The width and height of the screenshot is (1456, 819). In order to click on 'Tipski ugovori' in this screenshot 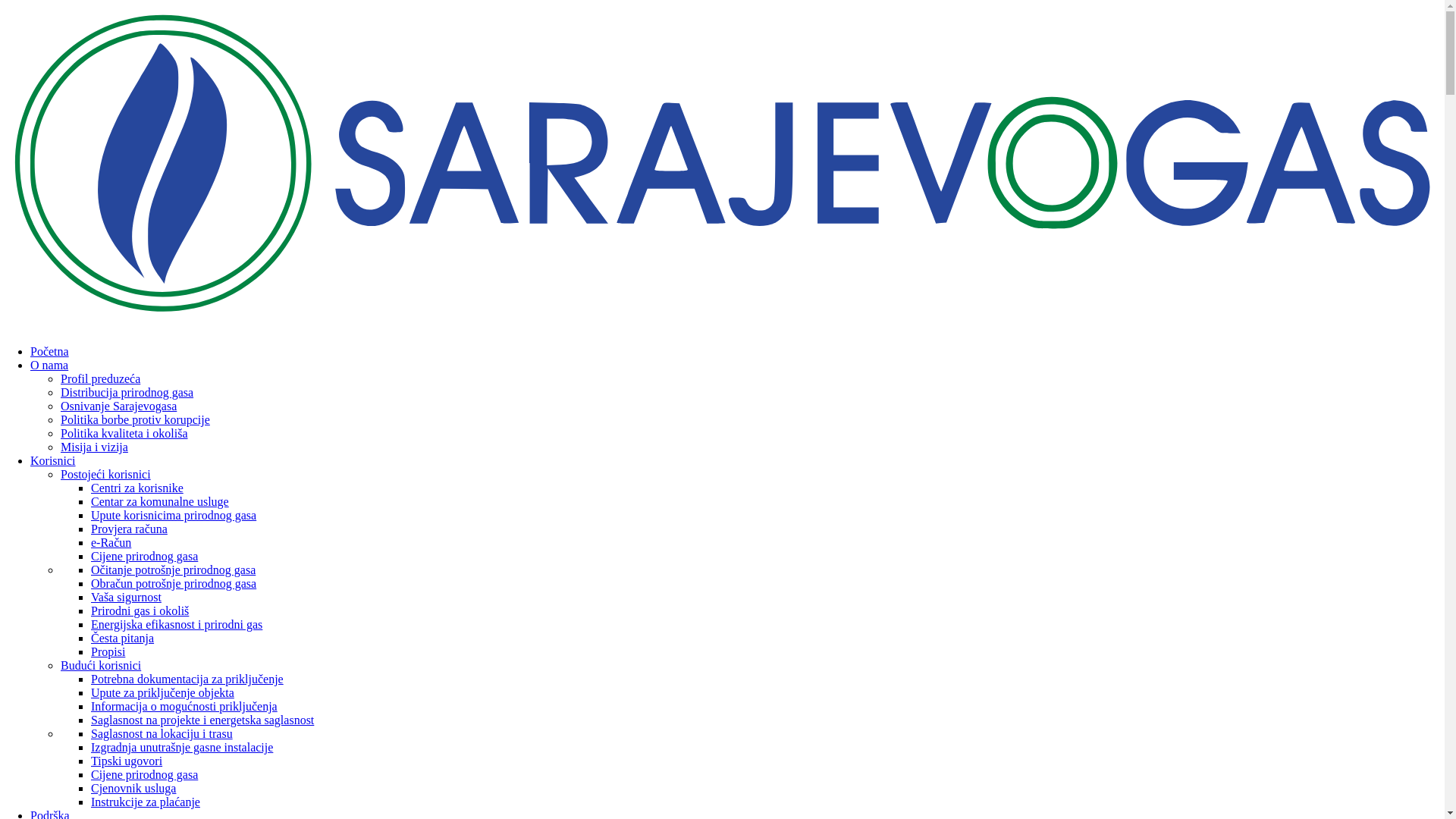, I will do `click(127, 761)`.